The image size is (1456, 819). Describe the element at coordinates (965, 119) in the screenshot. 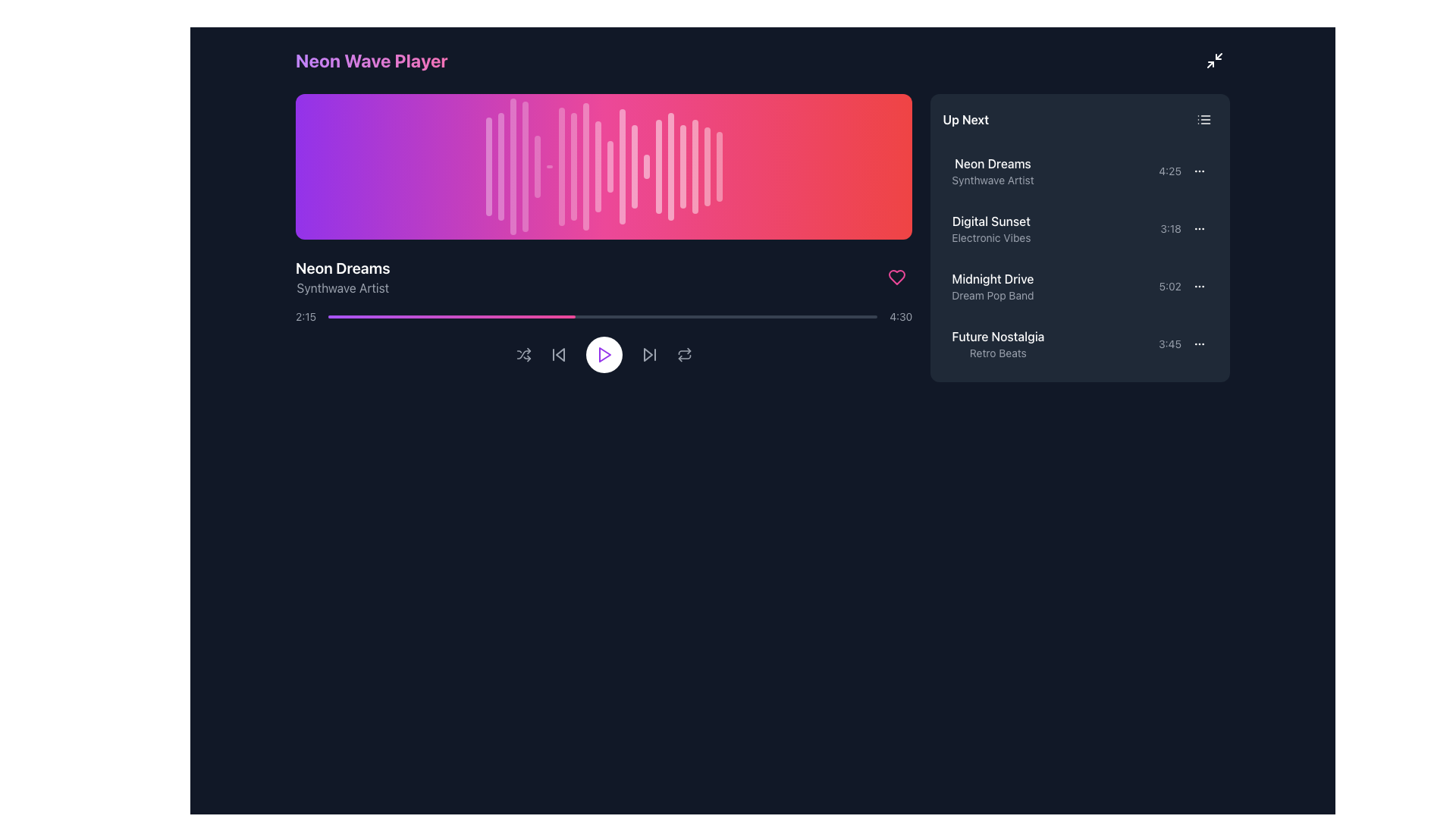

I see `the Static Text Label located at the top-left corner of the right-side panel, which serves as a section heading or title for the content or functionality of the section` at that location.